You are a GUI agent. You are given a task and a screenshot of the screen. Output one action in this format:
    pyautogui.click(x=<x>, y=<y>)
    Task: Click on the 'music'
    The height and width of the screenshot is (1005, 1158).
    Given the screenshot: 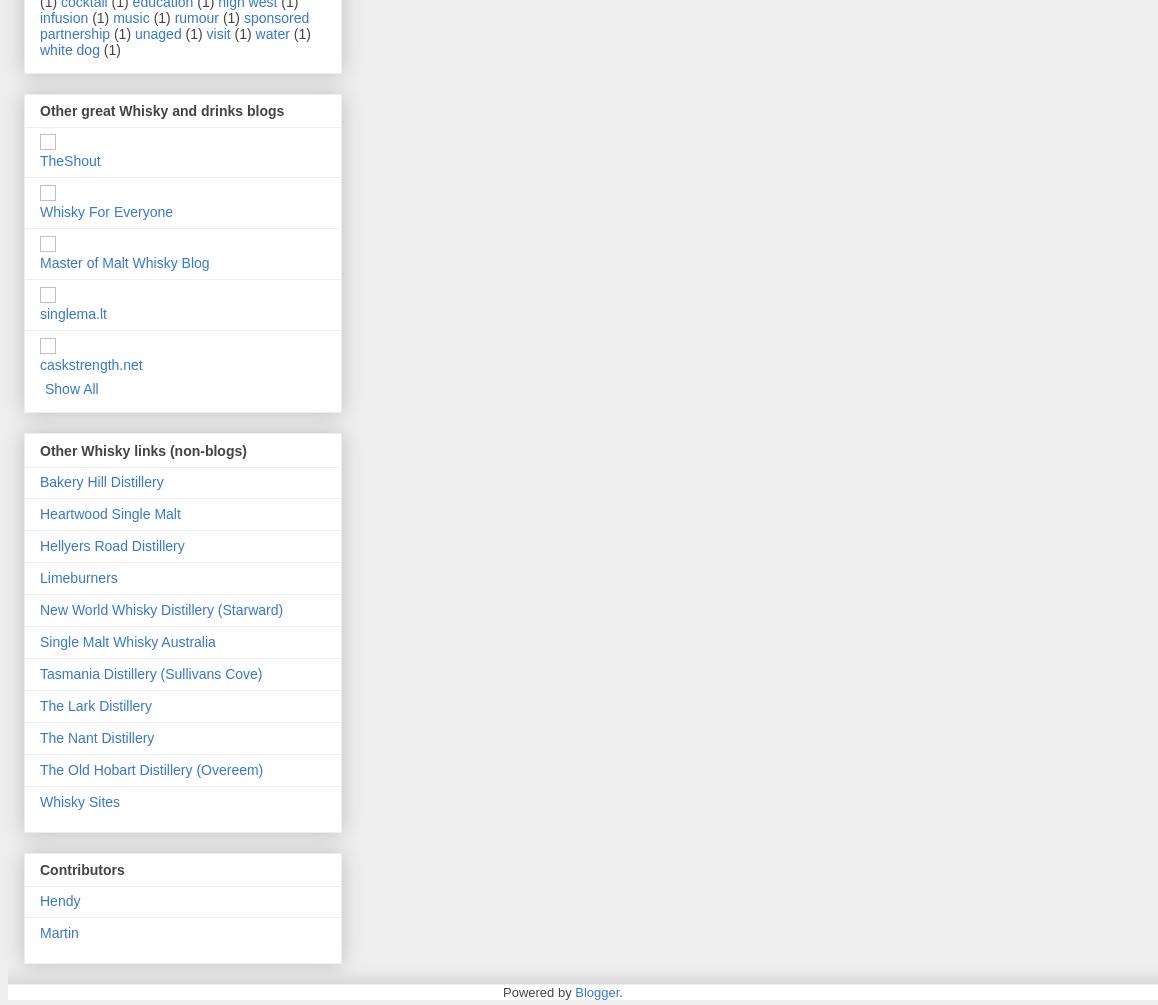 What is the action you would take?
    pyautogui.click(x=113, y=17)
    